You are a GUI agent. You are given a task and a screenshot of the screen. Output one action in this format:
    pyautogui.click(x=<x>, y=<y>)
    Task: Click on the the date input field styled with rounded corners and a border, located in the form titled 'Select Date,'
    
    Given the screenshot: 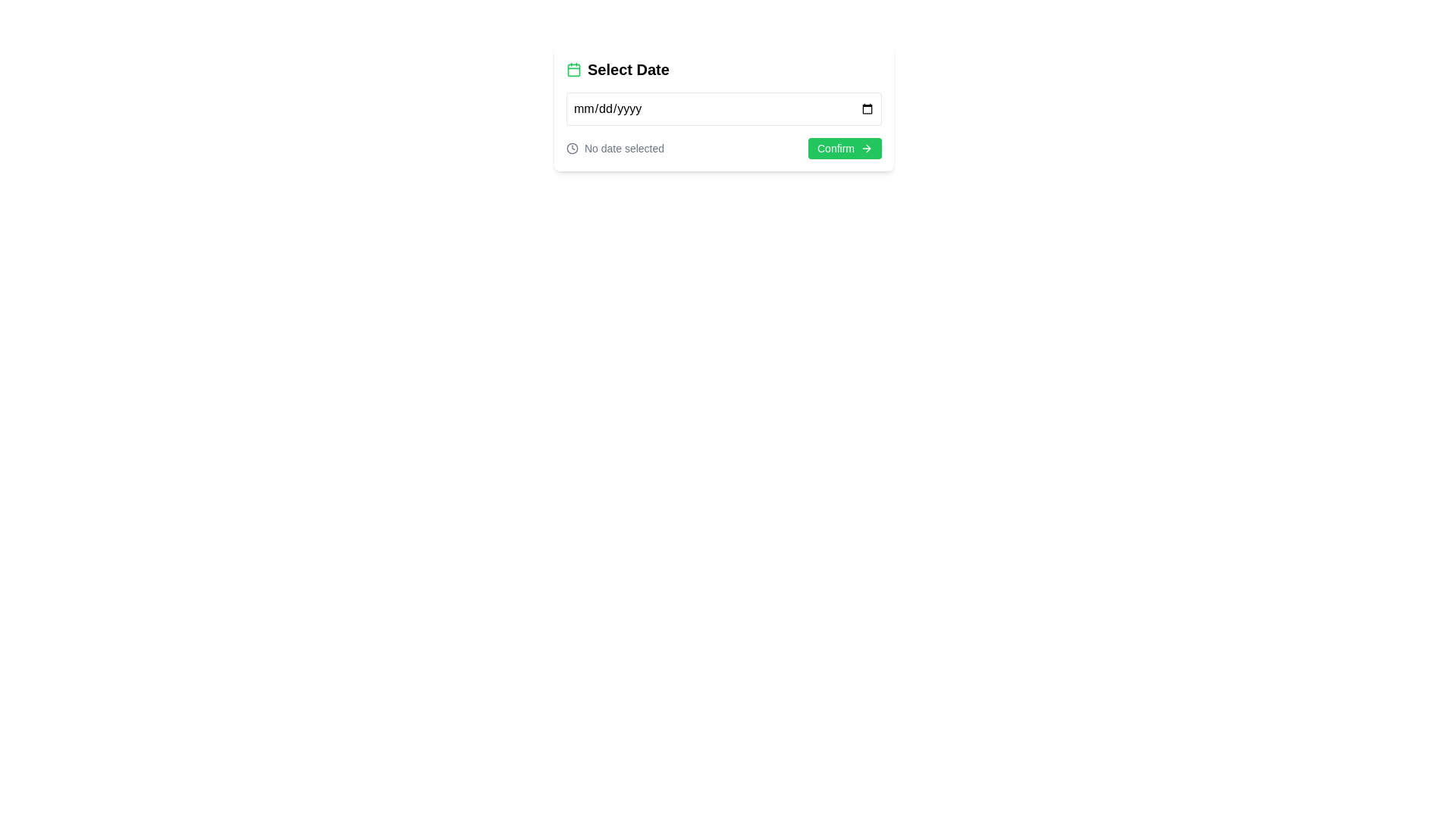 What is the action you would take?
    pyautogui.click(x=723, y=108)
    